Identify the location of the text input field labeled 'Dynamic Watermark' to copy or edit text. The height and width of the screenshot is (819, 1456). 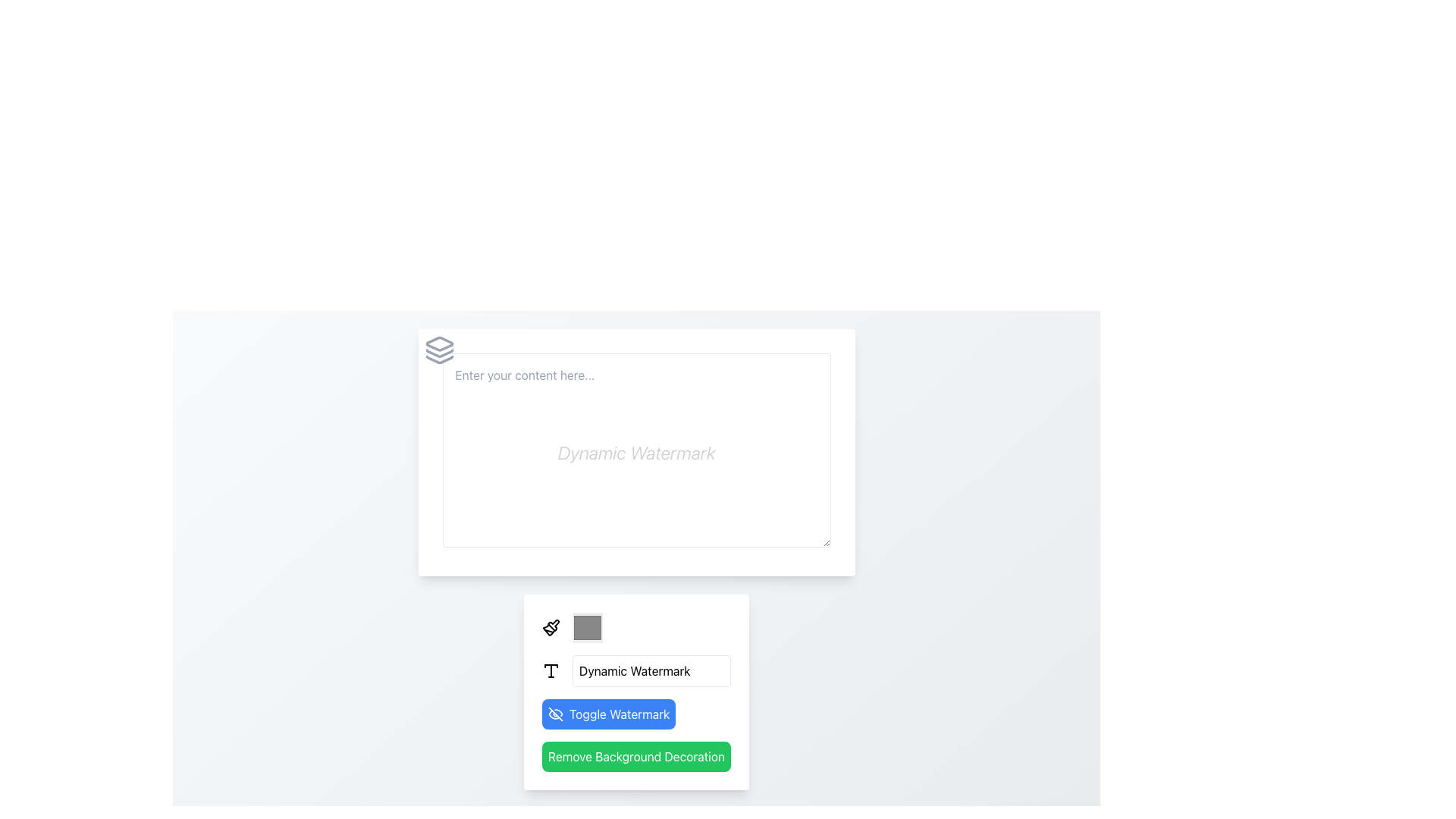
(636, 670).